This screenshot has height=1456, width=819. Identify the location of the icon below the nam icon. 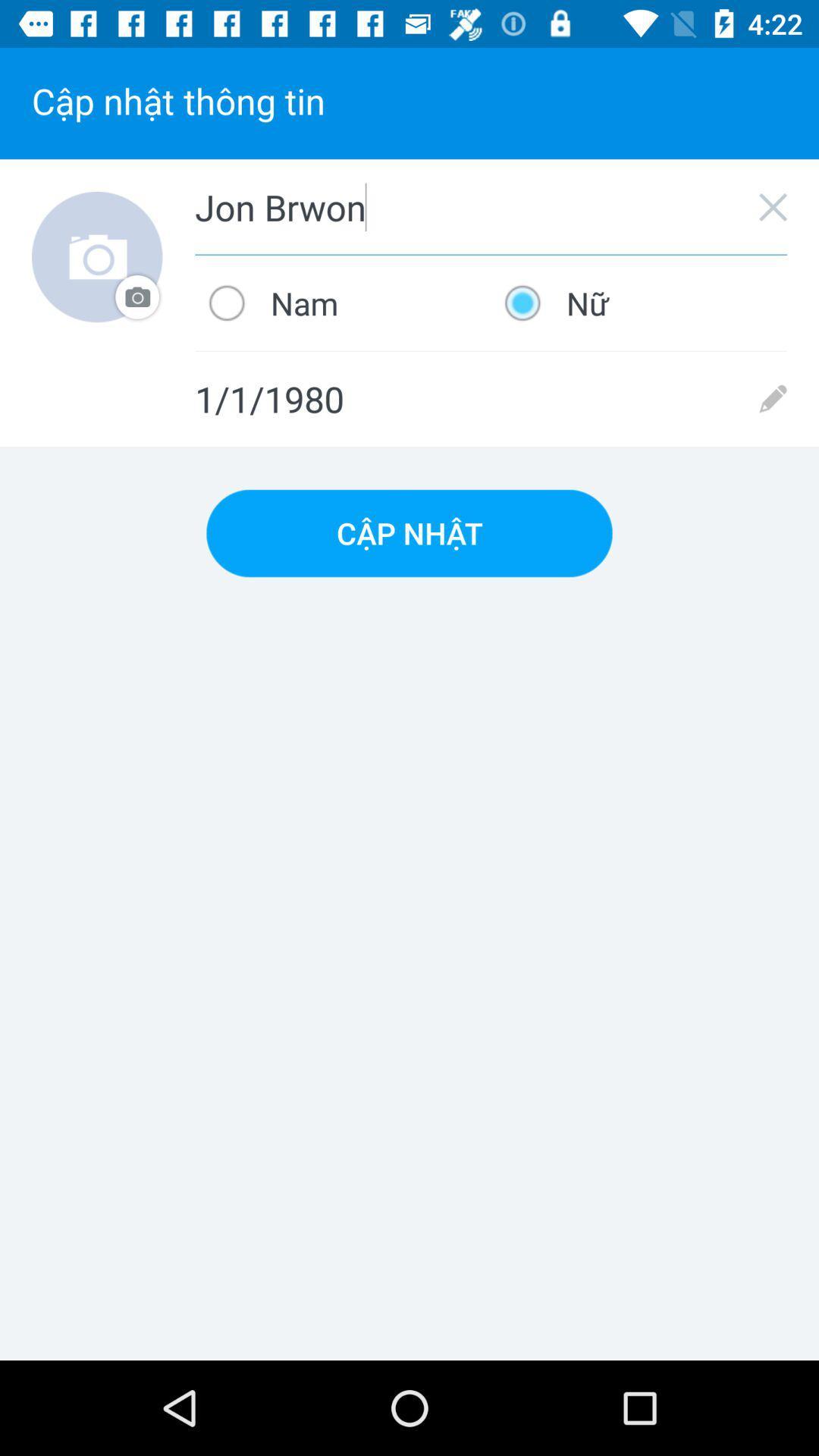
(491, 399).